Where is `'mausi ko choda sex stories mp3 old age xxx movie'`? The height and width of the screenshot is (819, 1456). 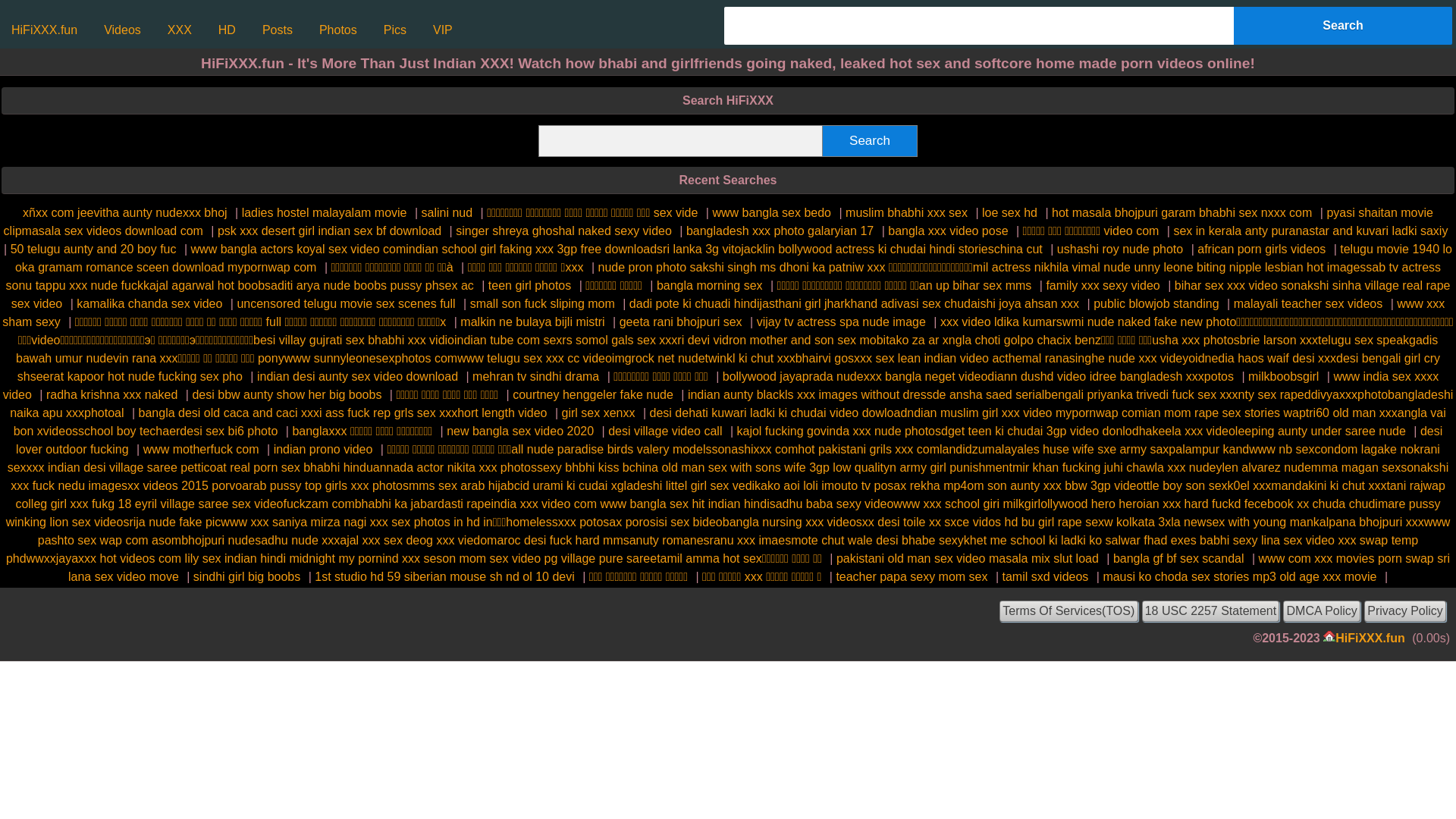
'mausi ko choda sex stories mp3 old age xxx movie' is located at coordinates (1239, 576).